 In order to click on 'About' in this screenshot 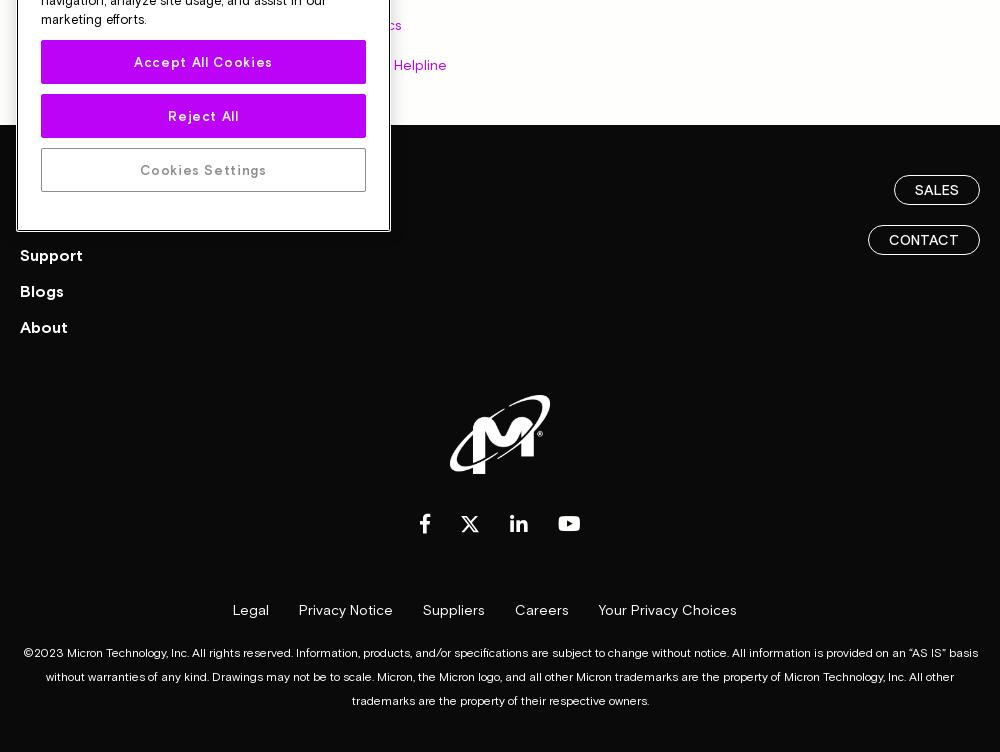, I will do `click(44, 324)`.